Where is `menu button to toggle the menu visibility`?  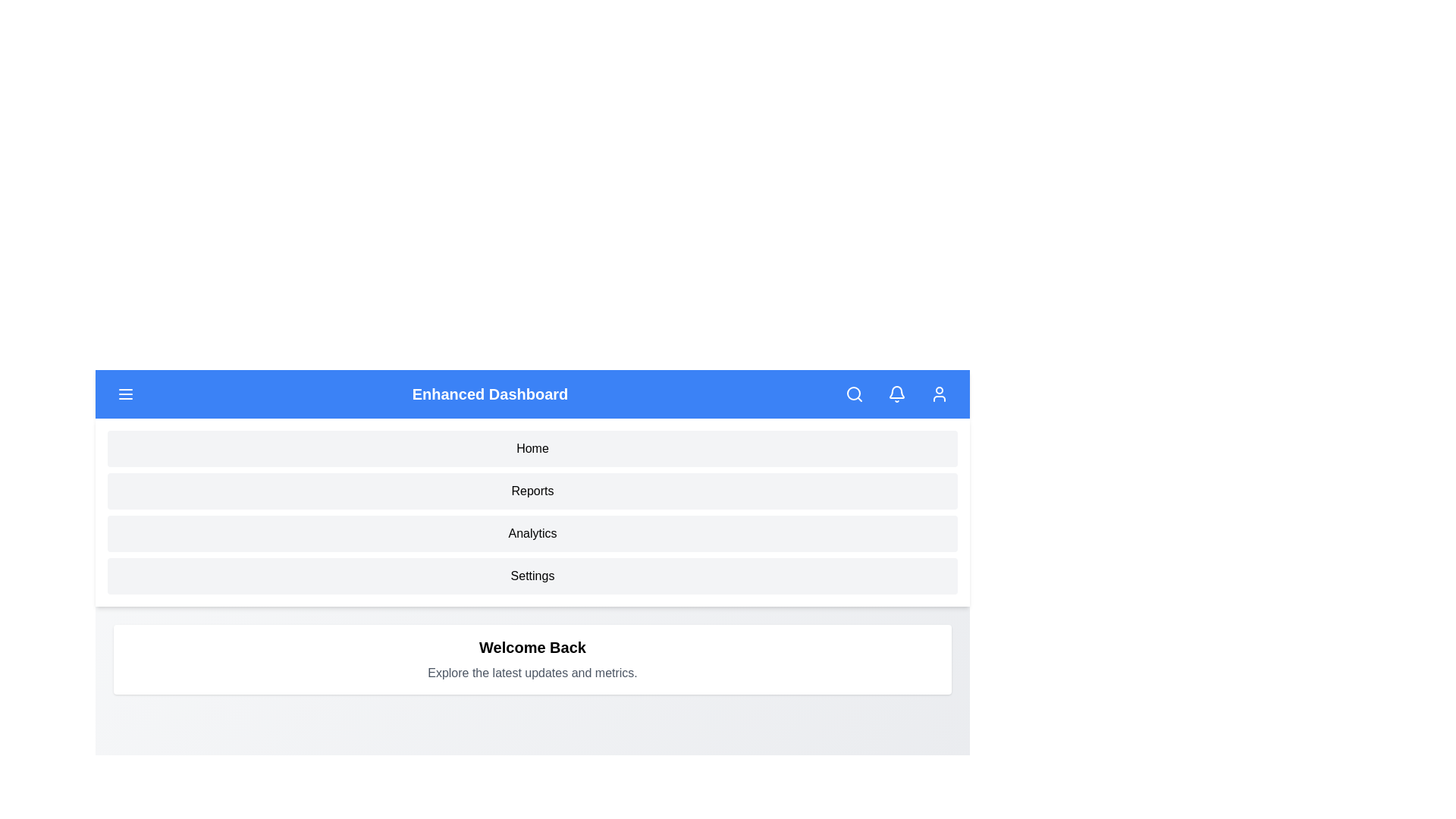 menu button to toggle the menu visibility is located at coordinates (126, 394).